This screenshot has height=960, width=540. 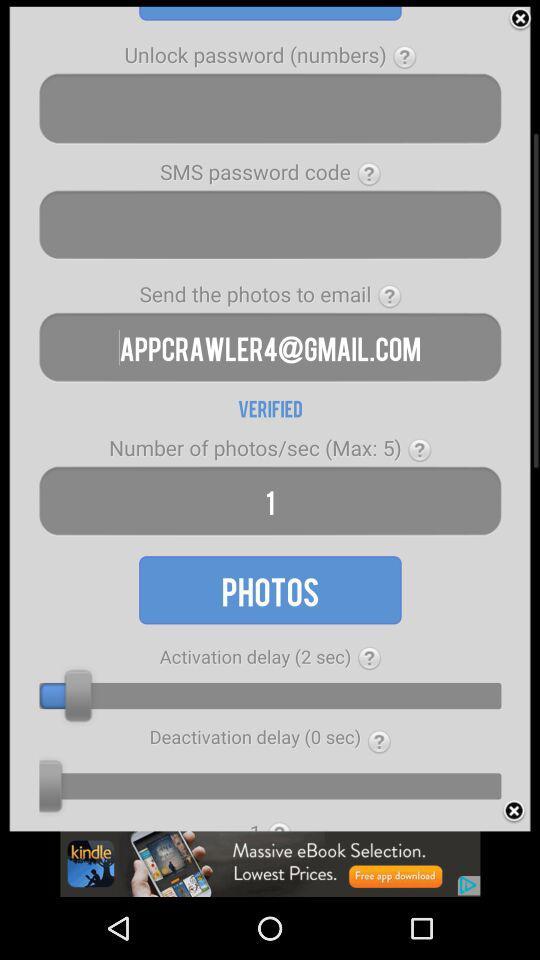 I want to click on the close icon, so click(x=514, y=867).